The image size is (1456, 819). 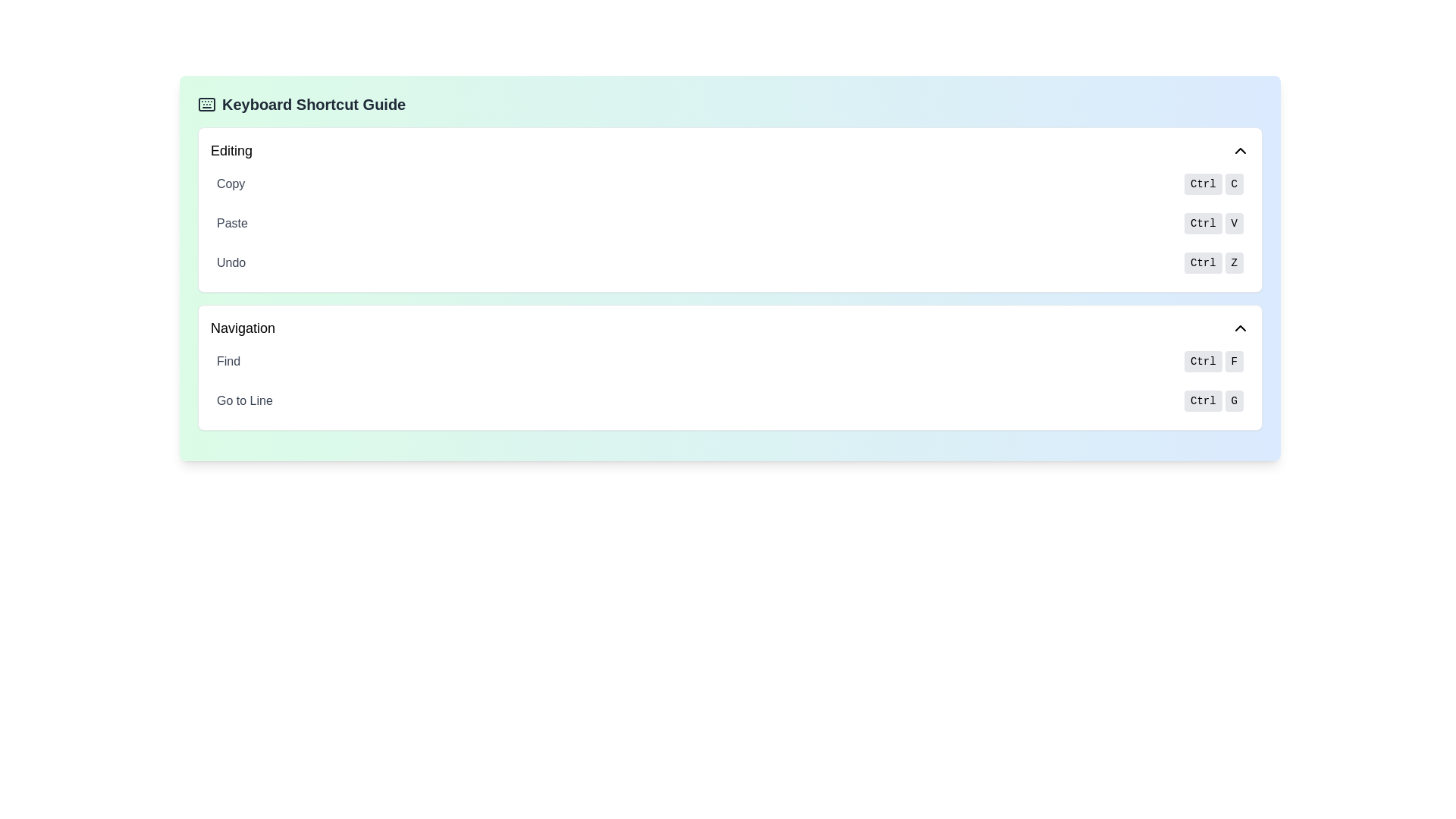 I want to click on the icon that visually identifies the 'Keyboard Shortcut Guide' section, located at the upper-left corner, adjacent to the section title, so click(x=206, y=104).